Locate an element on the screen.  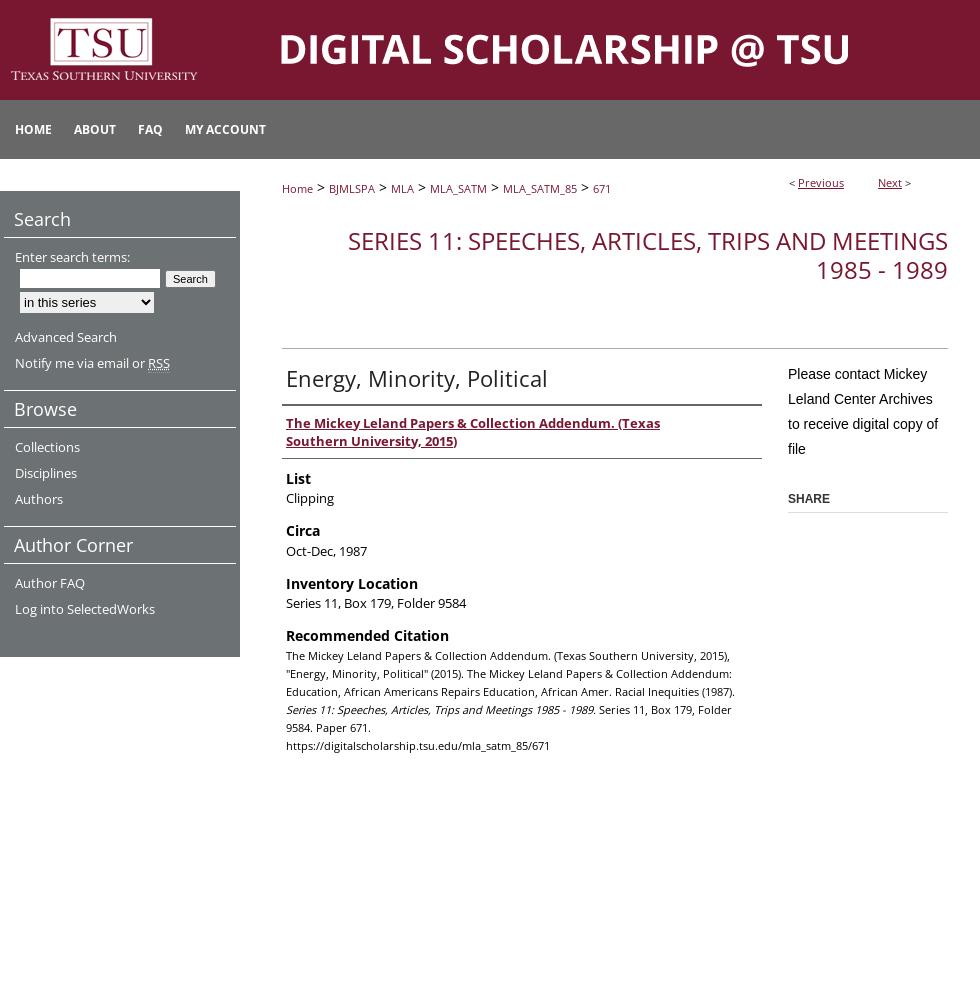
'Energy, Minority, Political' is located at coordinates (416, 377).